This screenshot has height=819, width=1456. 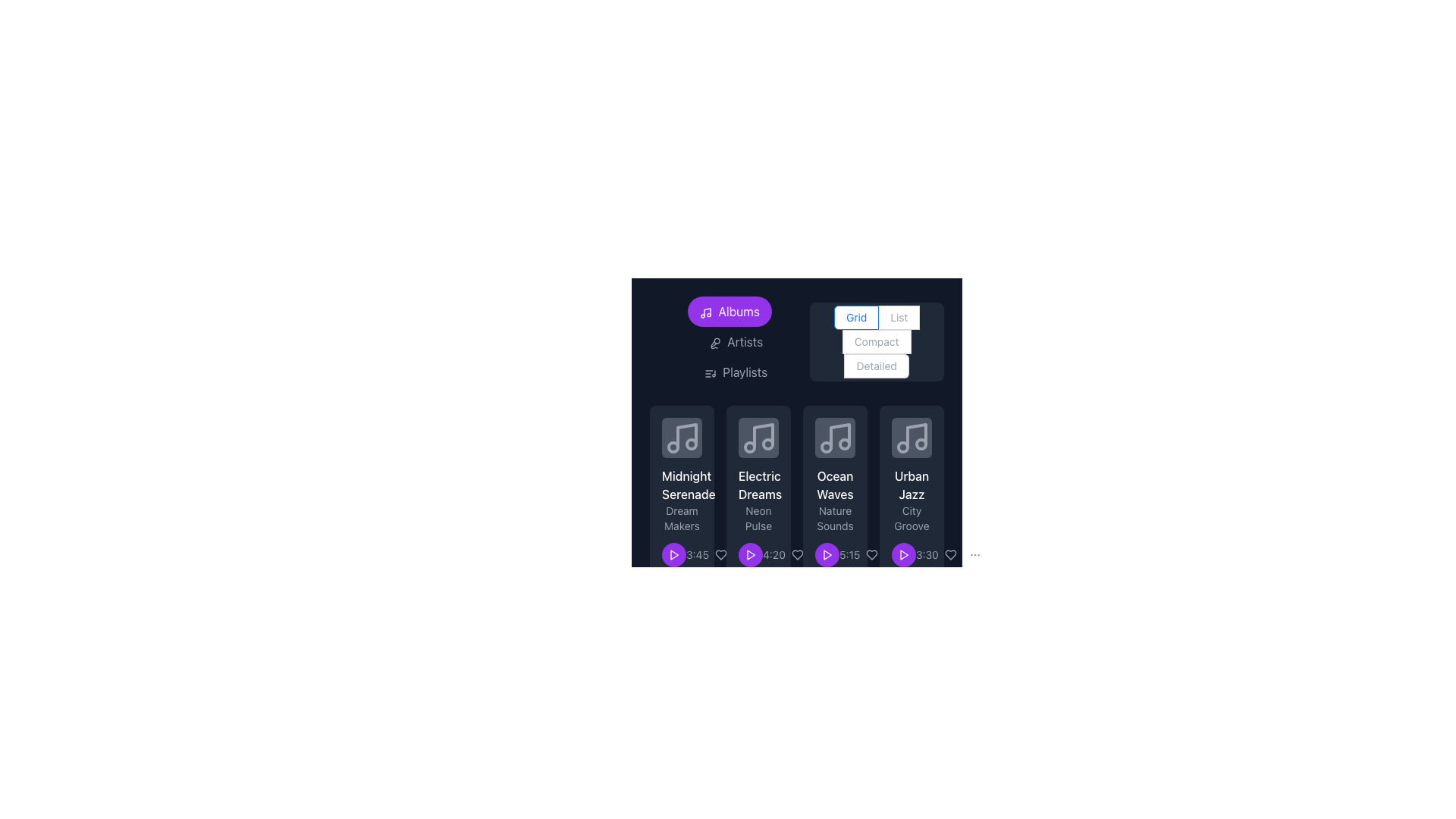 I want to click on the ellipsis icon located in the bottom-right corner of the interface, so click(x=745, y=555).